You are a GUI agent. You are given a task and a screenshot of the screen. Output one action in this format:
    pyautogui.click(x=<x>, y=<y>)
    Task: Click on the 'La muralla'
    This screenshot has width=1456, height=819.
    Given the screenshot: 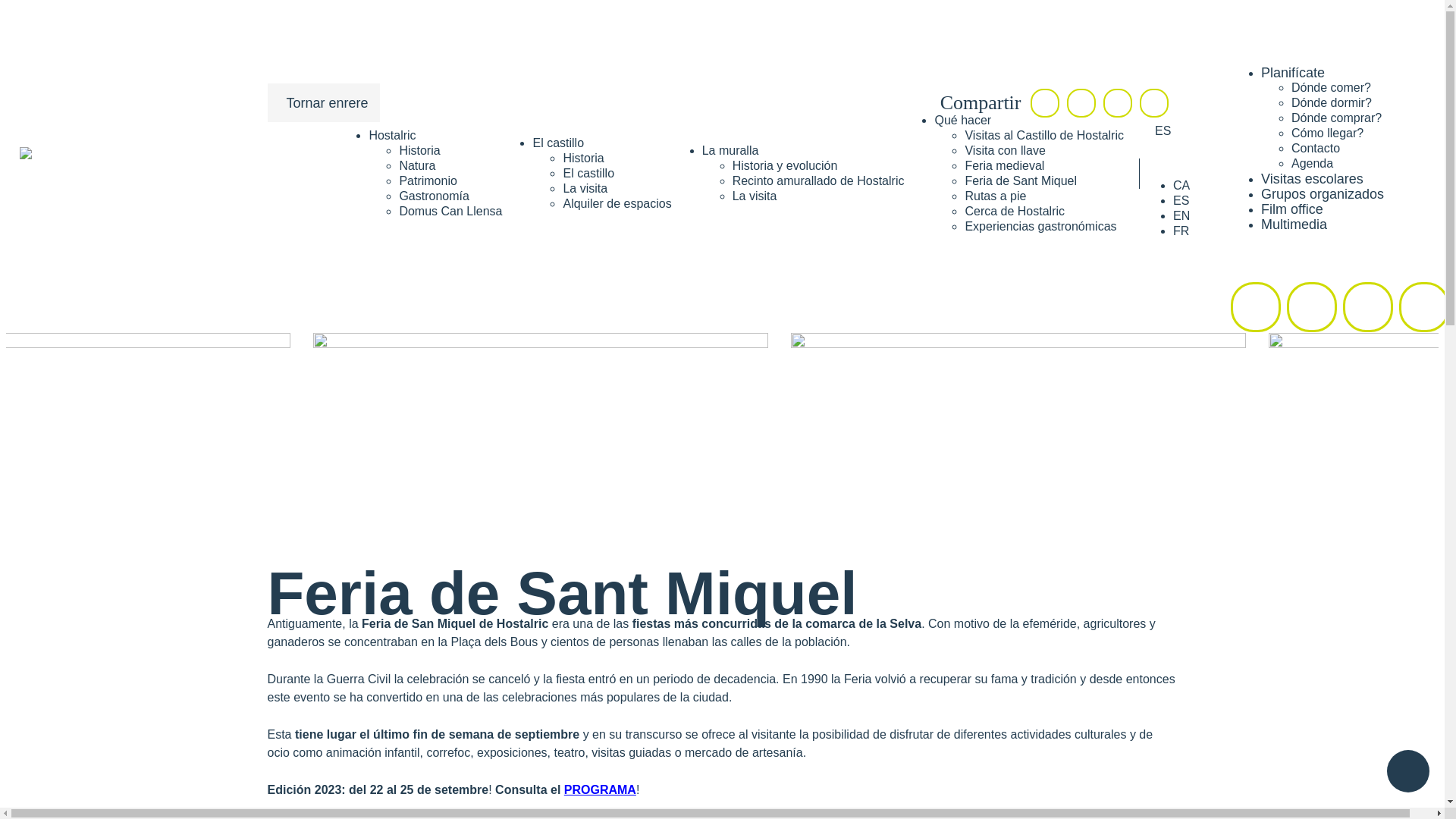 What is the action you would take?
    pyautogui.click(x=730, y=150)
    